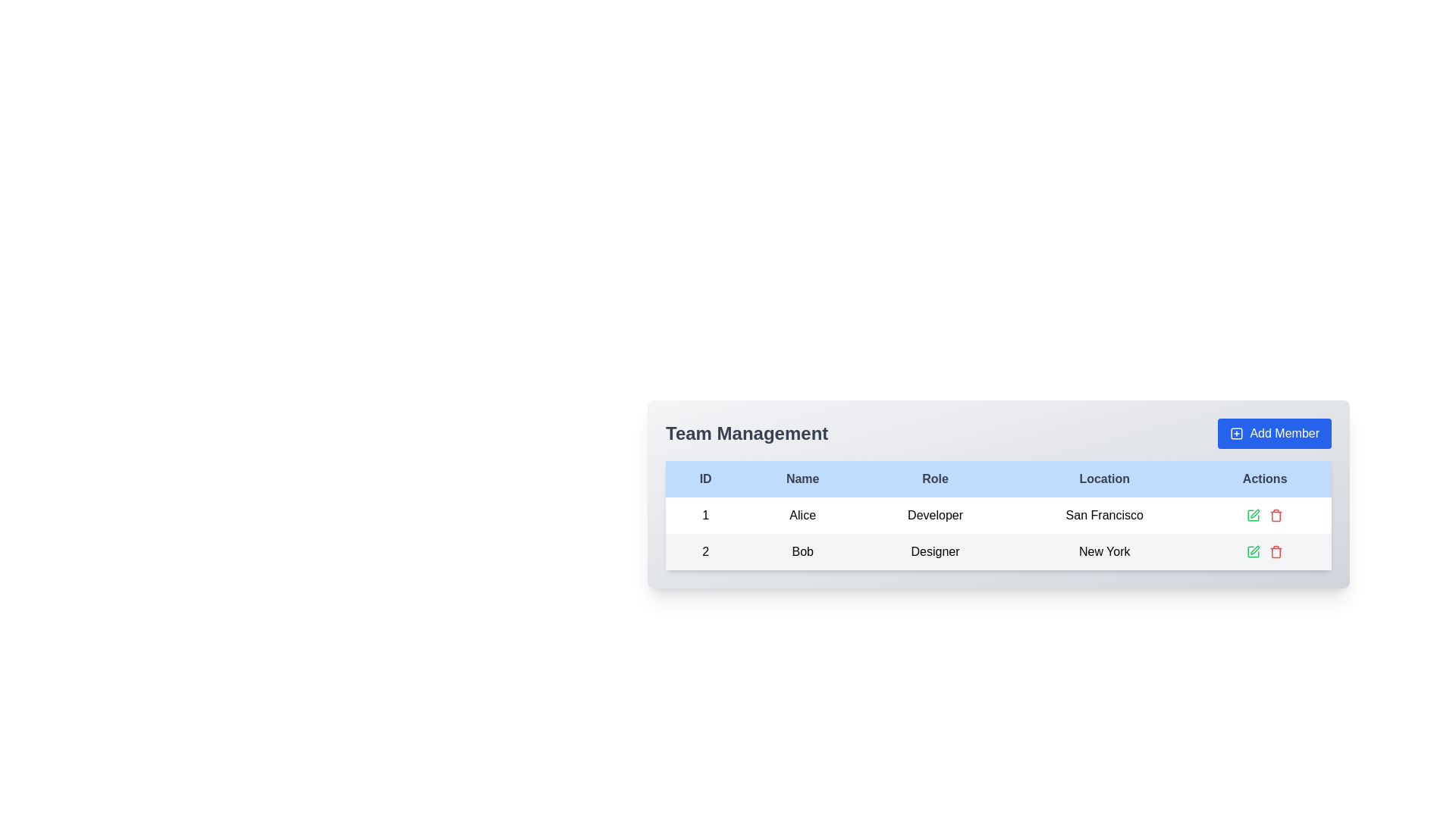 This screenshot has width=1456, height=819. I want to click on the 'Add Member' button located at the top-right corner of the 'Team Management' section, so click(1274, 433).